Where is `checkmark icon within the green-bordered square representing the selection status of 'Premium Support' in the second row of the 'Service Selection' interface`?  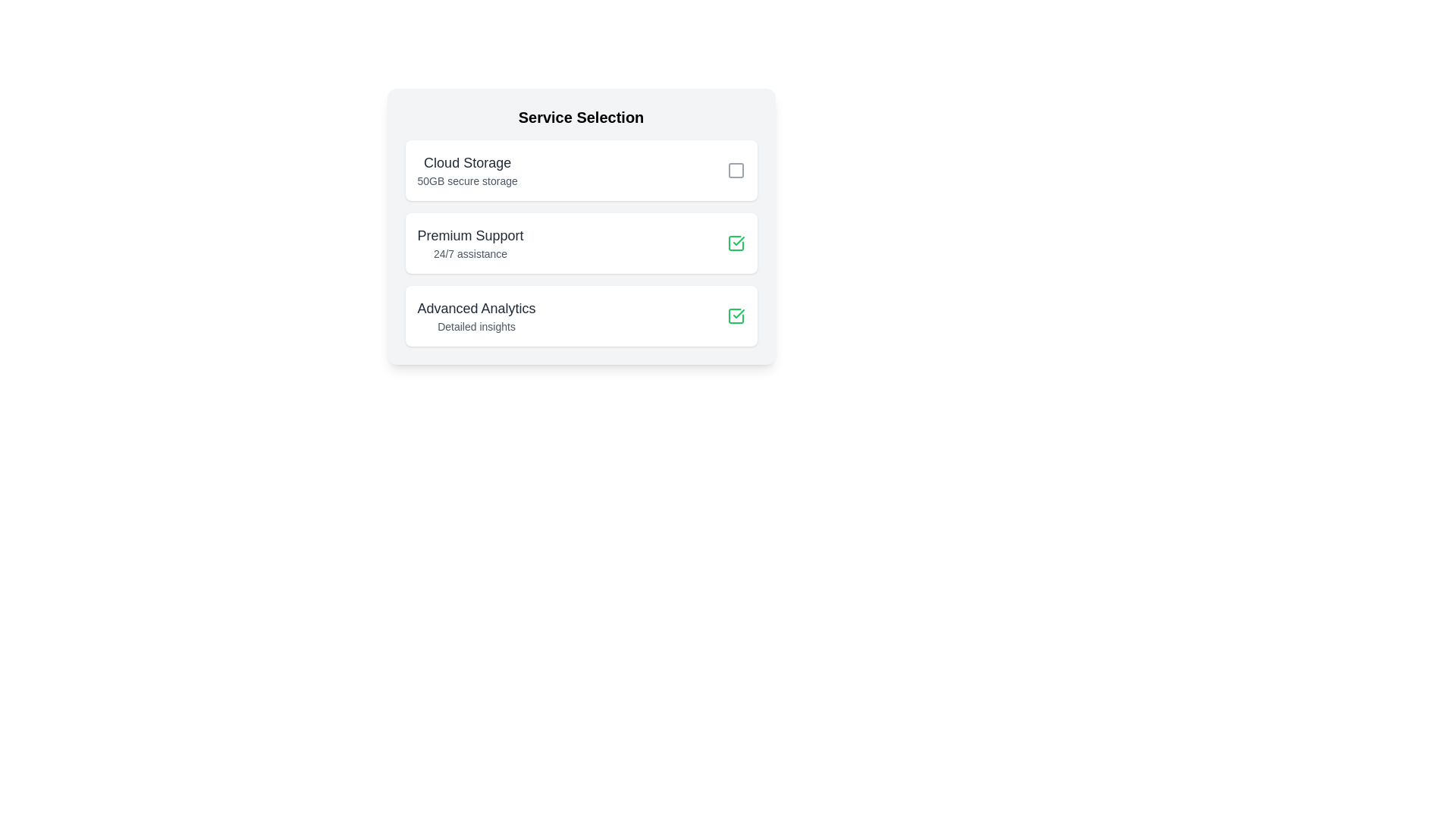 checkmark icon within the green-bordered square representing the selection status of 'Premium Support' in the second row of the 'Service Selection' interface is located at coordinates (739, 240).